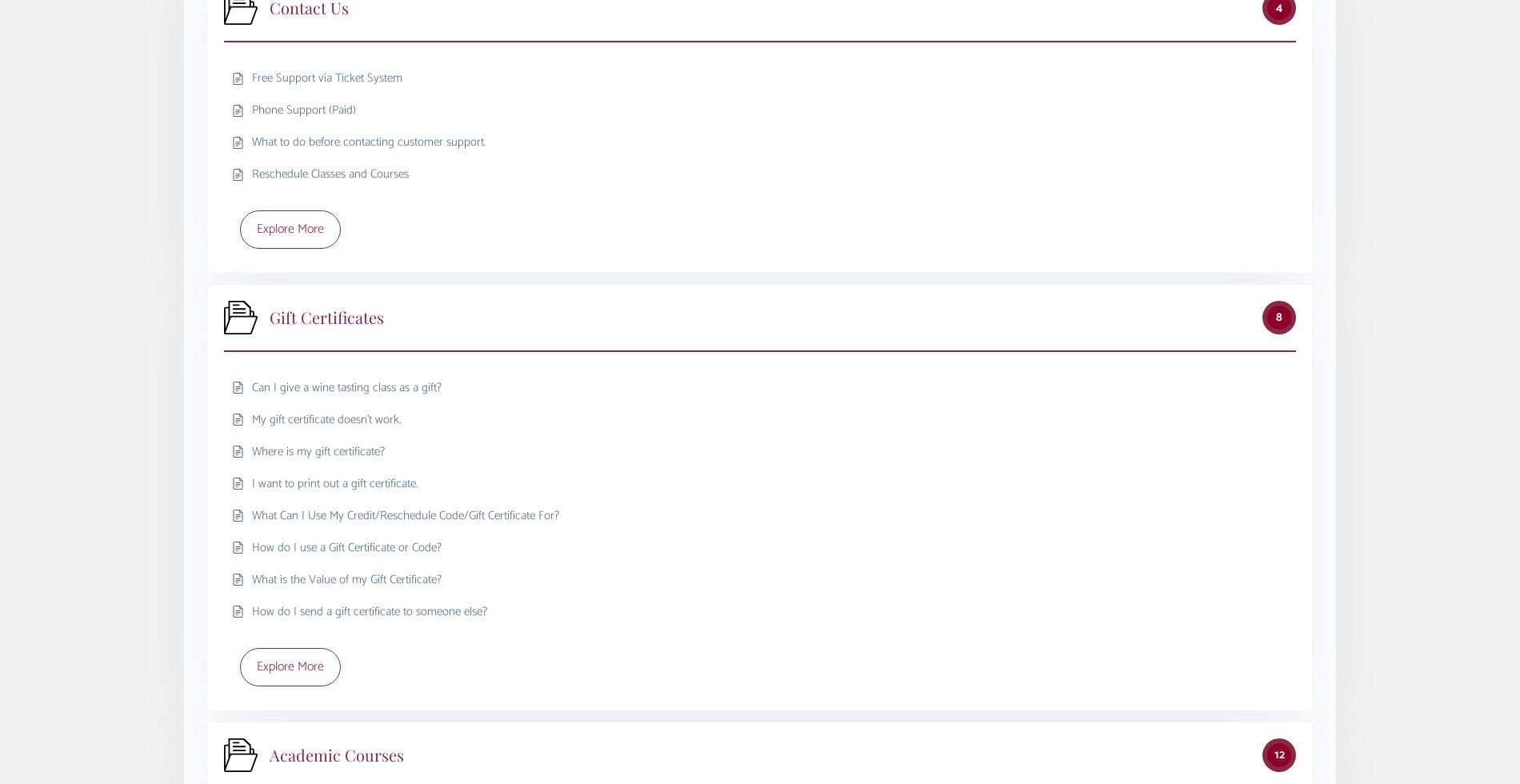  I want to click on 'Where is my gift certificate?', so click(251, 450).